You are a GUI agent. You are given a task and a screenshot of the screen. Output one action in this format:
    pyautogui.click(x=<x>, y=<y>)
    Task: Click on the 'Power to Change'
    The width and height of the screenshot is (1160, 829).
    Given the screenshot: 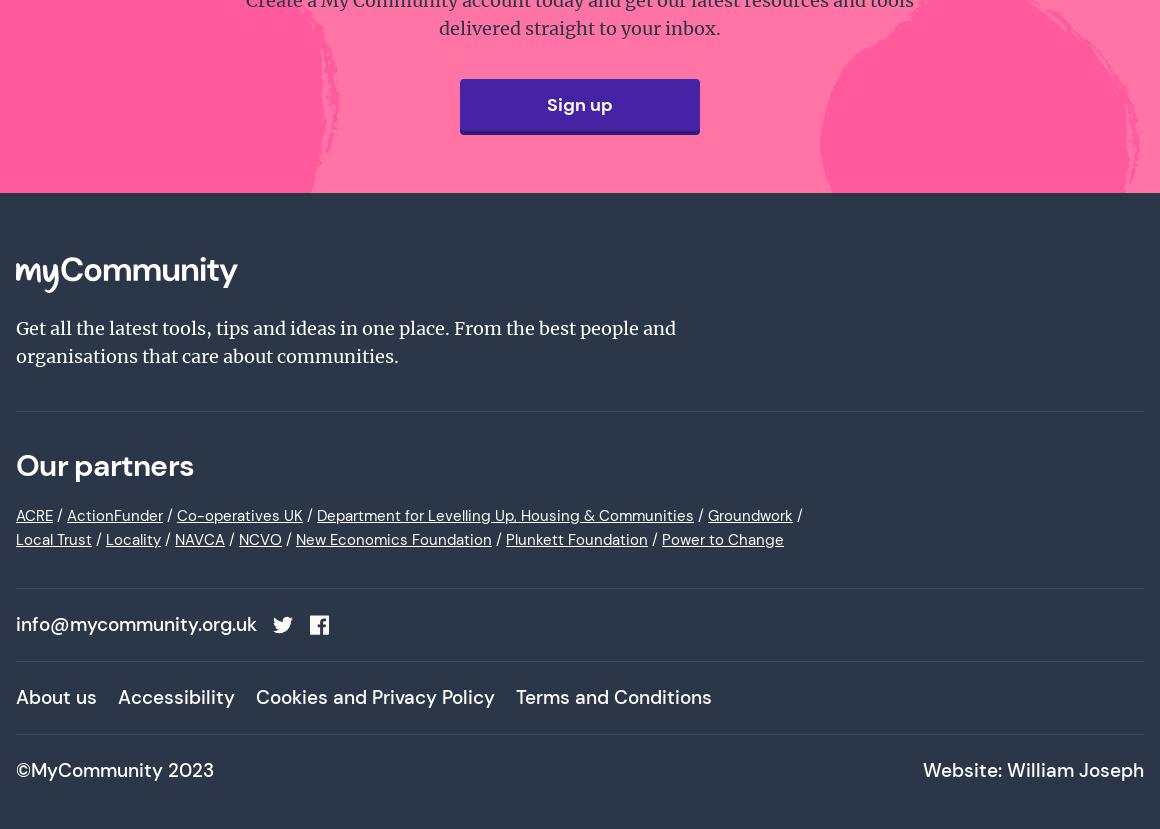 What is the action you would take?
    pyautogui.click(x=722, y=540)
    